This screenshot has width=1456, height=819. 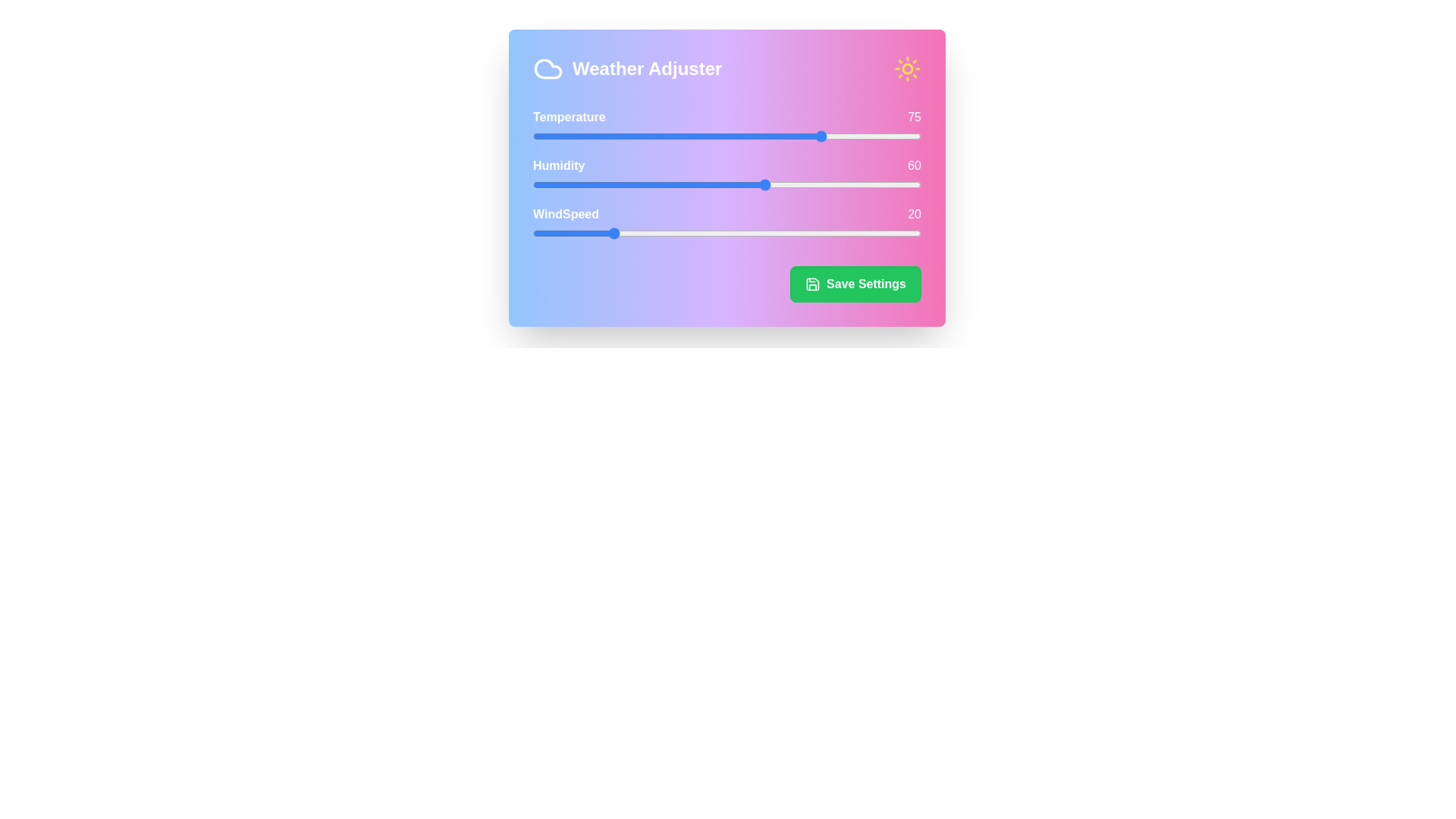 I want to click on the temperature slider, so click(x=811, y=136).